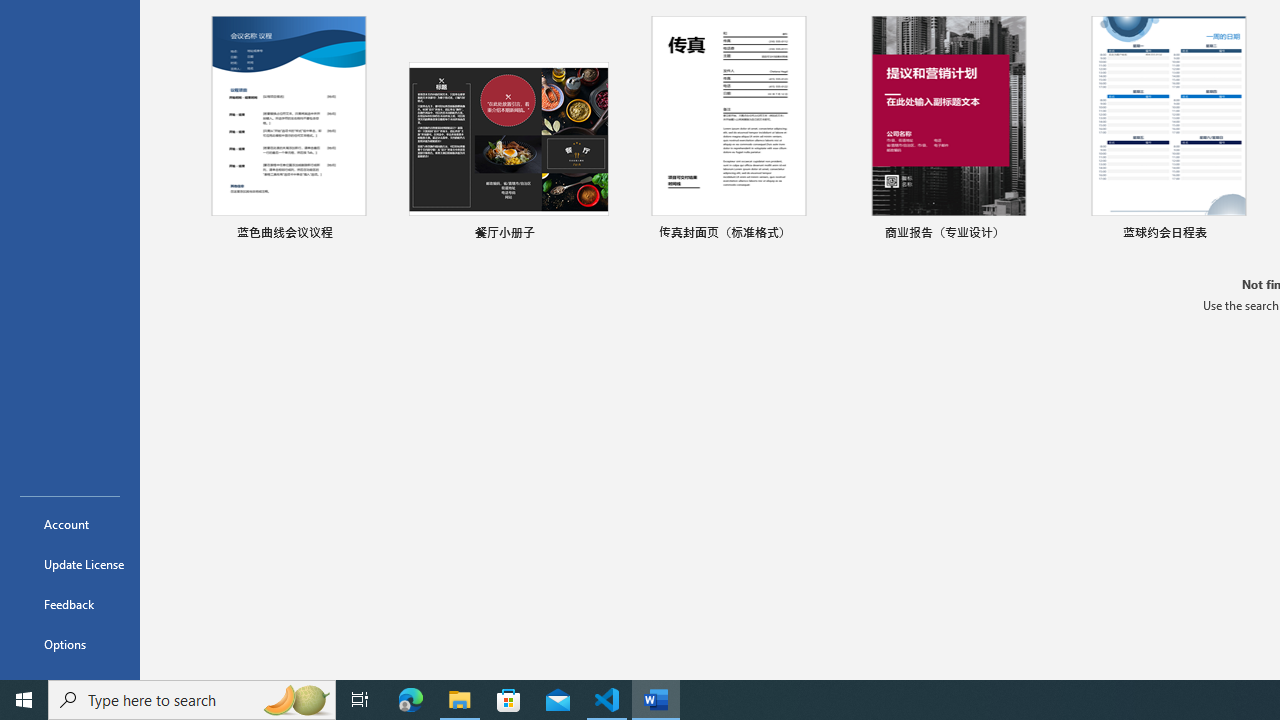 This screenshot has width=1280, height=720. Describe the element at coordinates (69, 564) in the screenshot. I see `'Update License'` at that location.